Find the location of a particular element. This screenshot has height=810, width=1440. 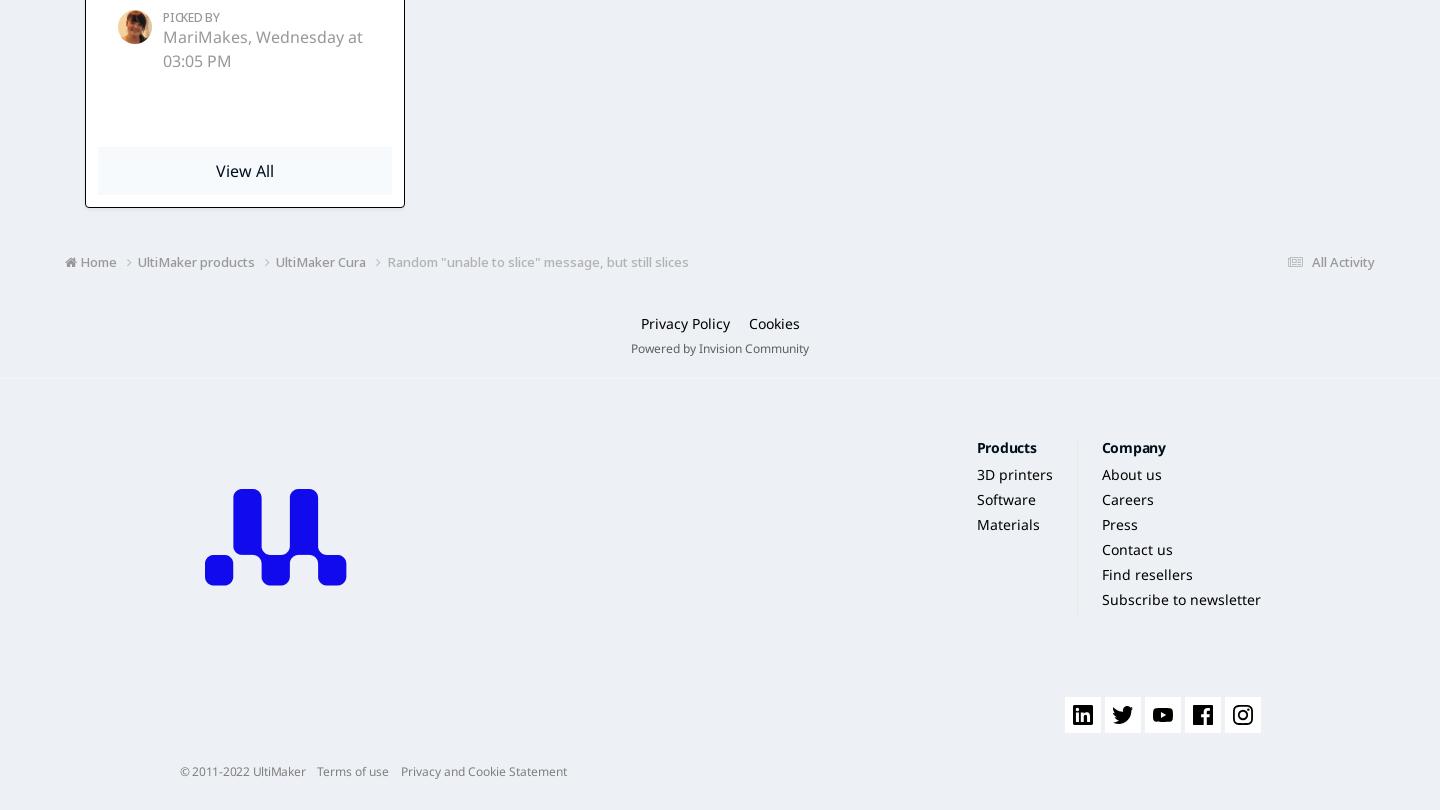

'Random "unable to slice" message, but still slices' is located at coordinates (536, 259).